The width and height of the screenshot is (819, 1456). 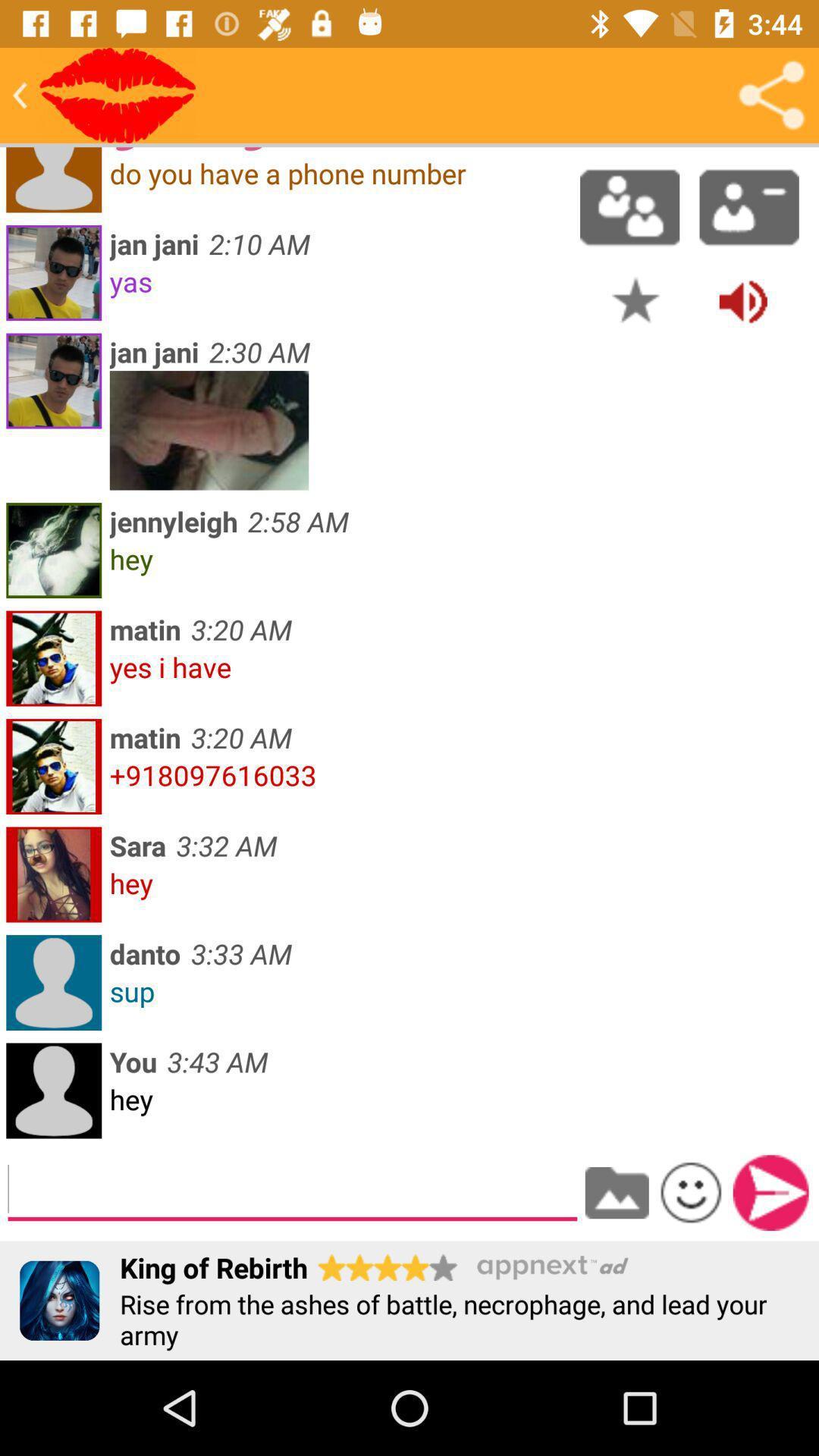 What do you see at coordinates (292, 1189) in the screenshot?
I see `leave a message` at bounding box center [292, 1189].